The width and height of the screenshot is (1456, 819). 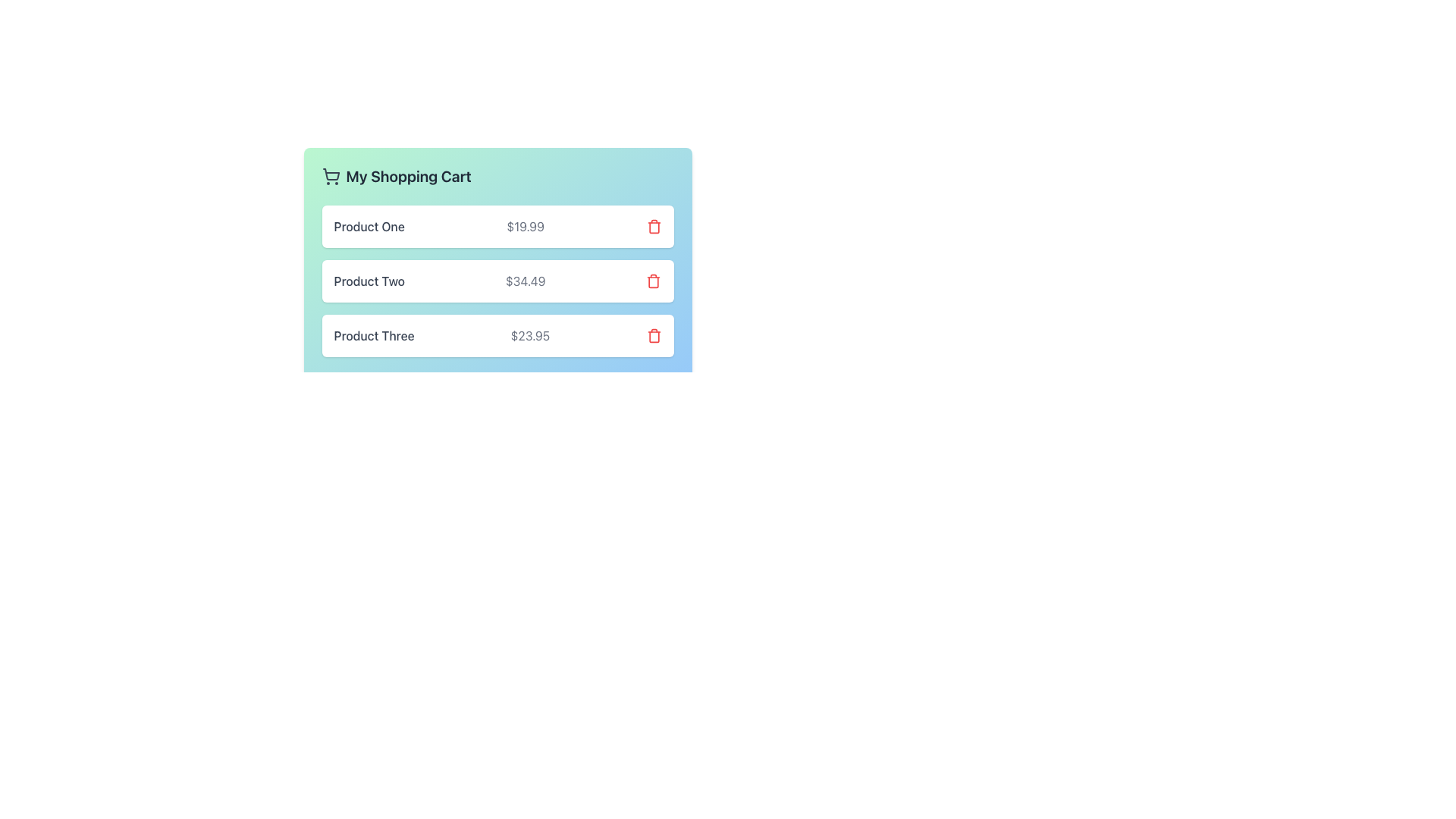 I want to click on the shopping cart icon element that represents the base structure of the shopping cart, which is centrally located in the main interface header, to the left of the text 'My Shopping Cart', so click(x=330, y=174).